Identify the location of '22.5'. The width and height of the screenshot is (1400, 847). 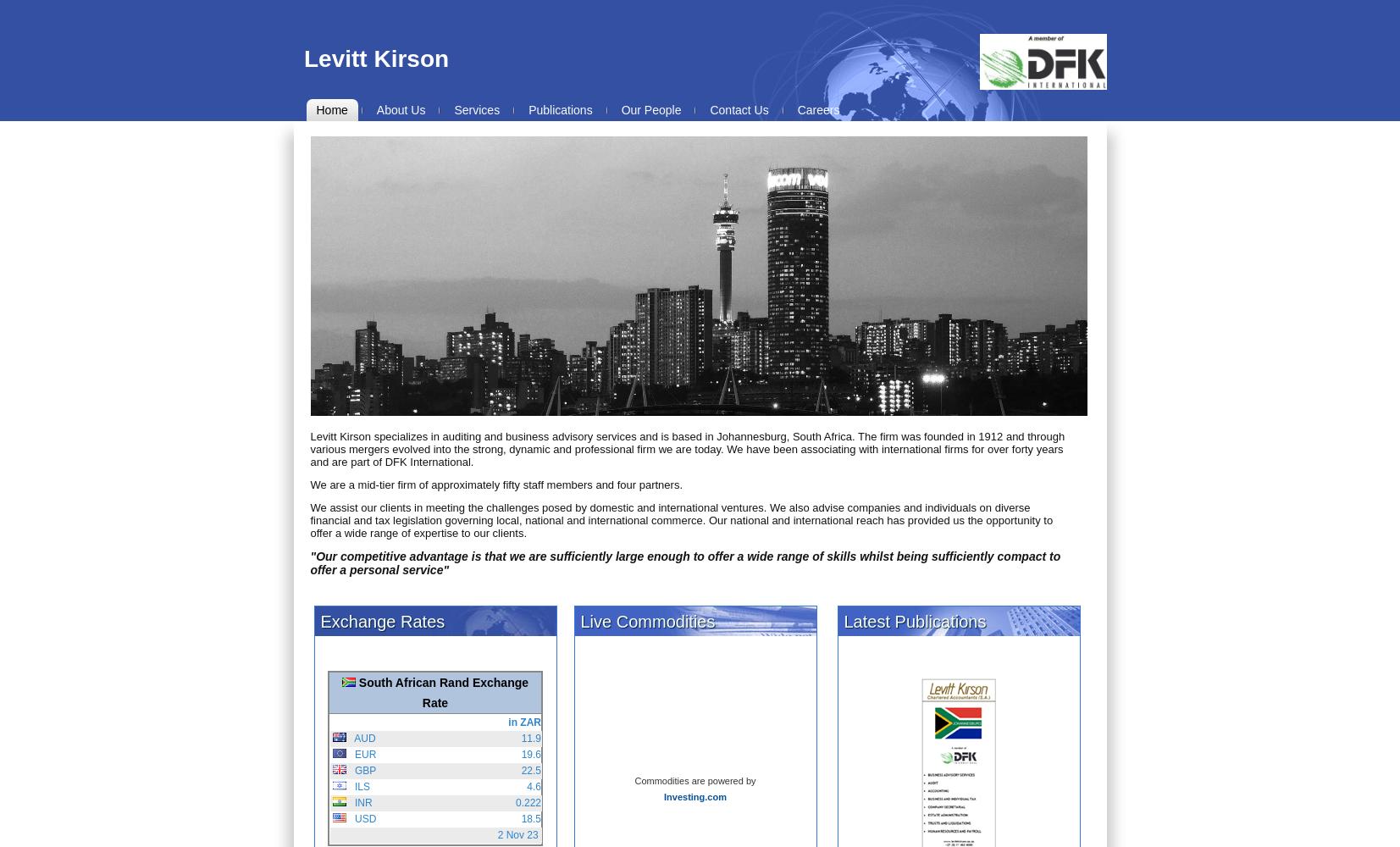
(529, 771).